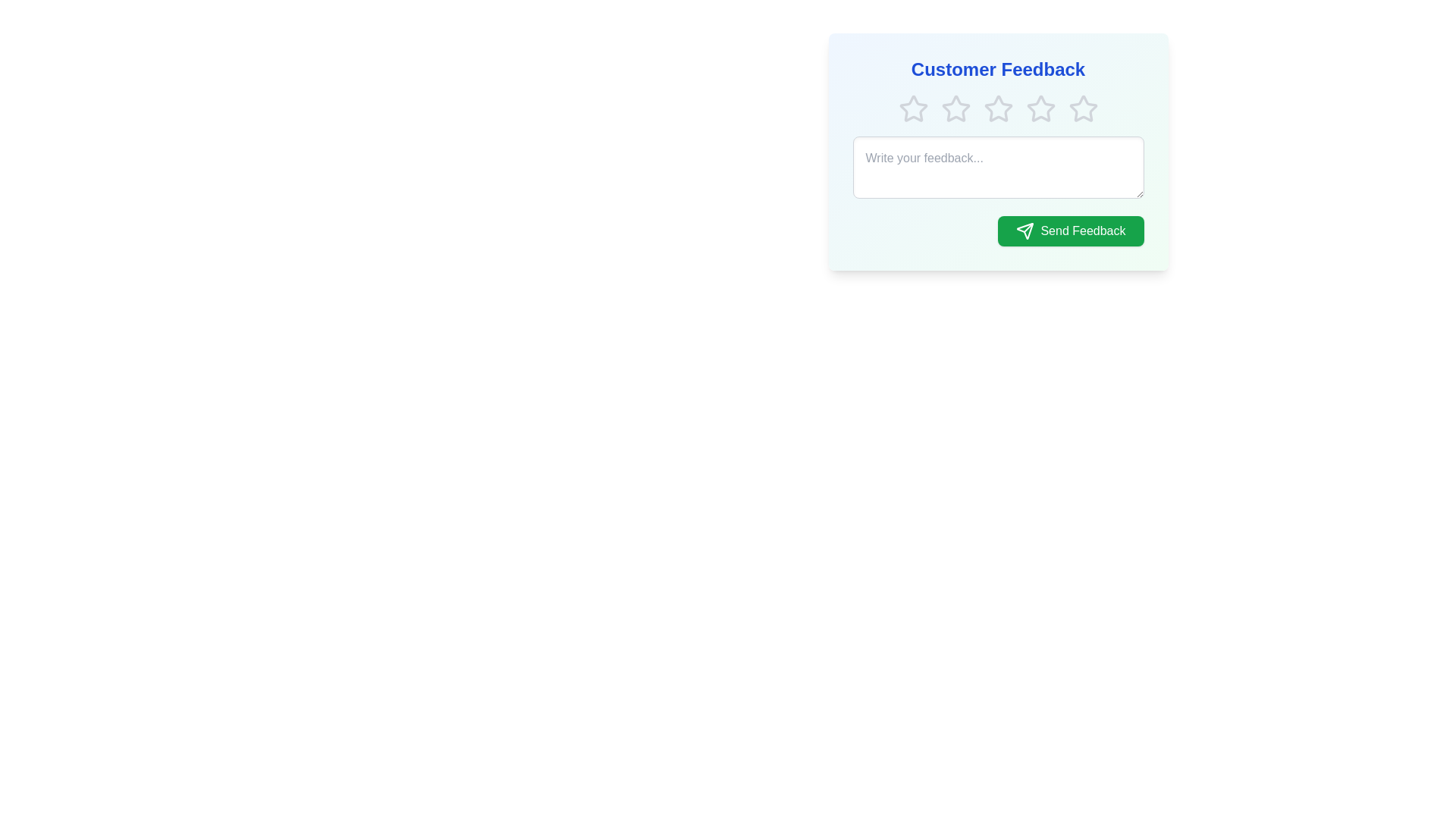 The image size is (1456, 819). I want to click on the star corresponding to 2 stars to preview the rating, so click(955, 108).